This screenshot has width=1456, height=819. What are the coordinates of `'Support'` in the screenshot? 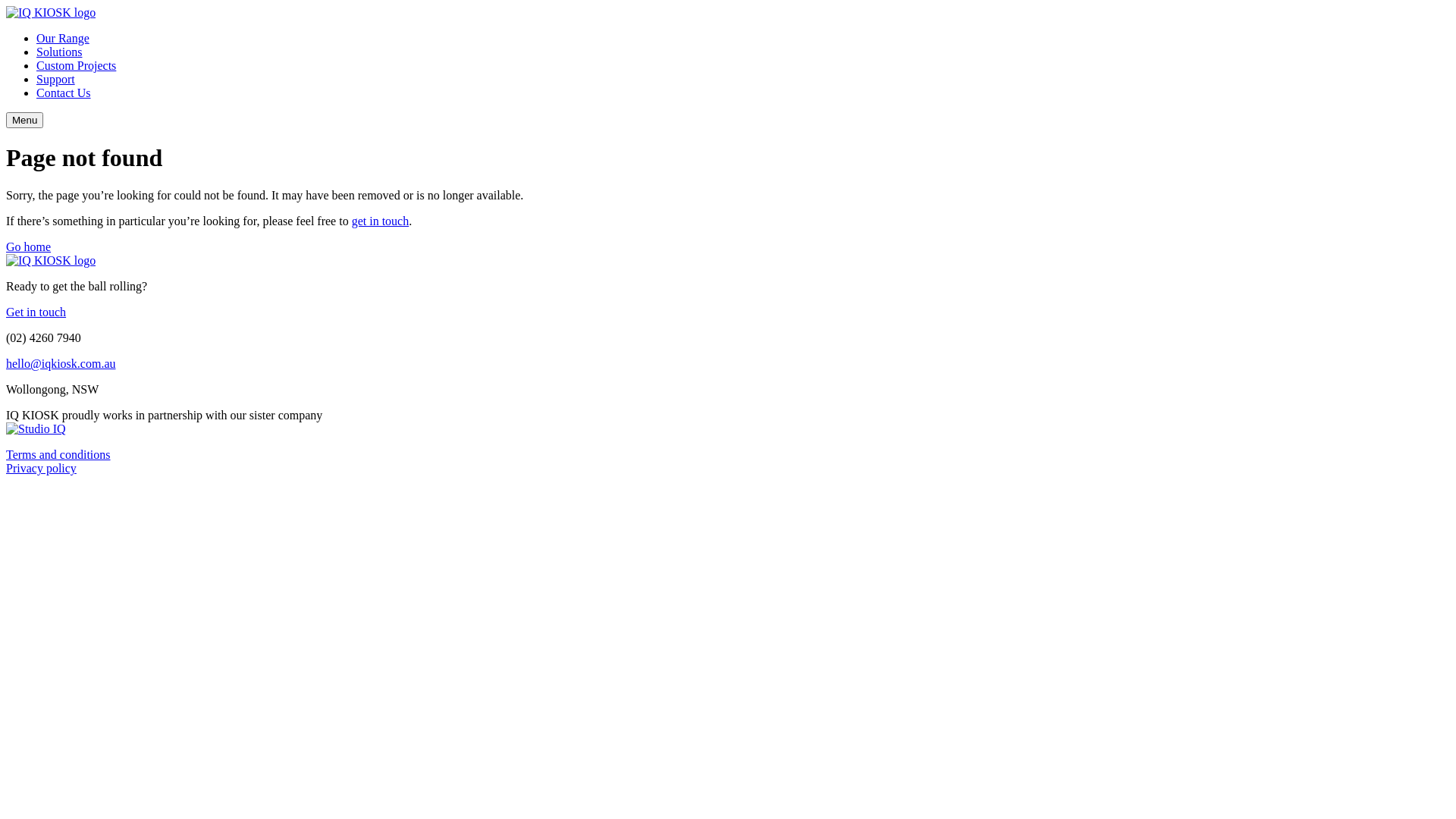 It's located at (55, 79).